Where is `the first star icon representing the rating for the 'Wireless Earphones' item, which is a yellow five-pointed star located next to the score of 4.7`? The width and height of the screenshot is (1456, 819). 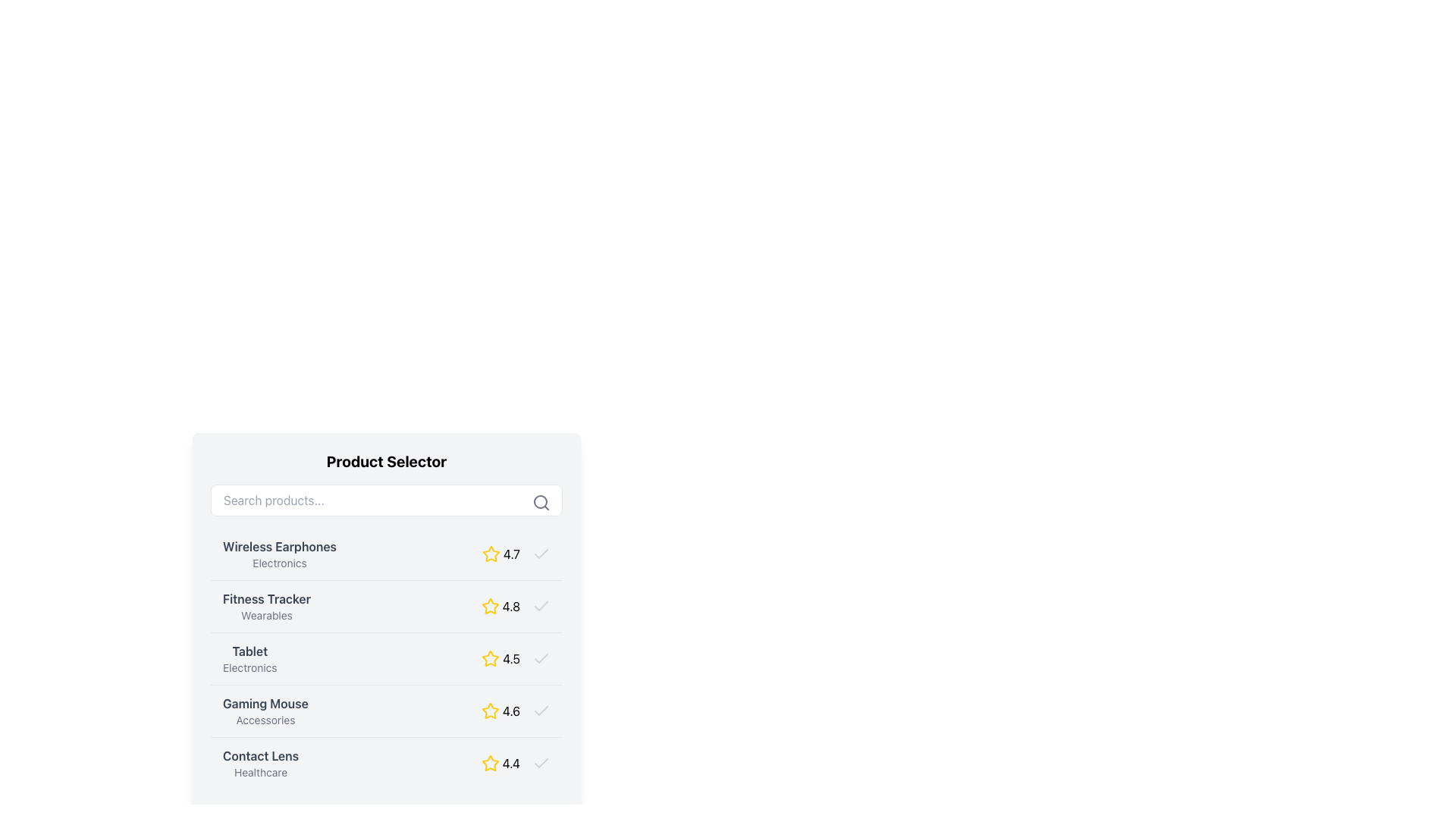 the first star icon representing the rating for the 'Wireless Earphones' item, which is a yellow five-pointed star located next to the score of 4.7 is located at coordinates (491, 554).